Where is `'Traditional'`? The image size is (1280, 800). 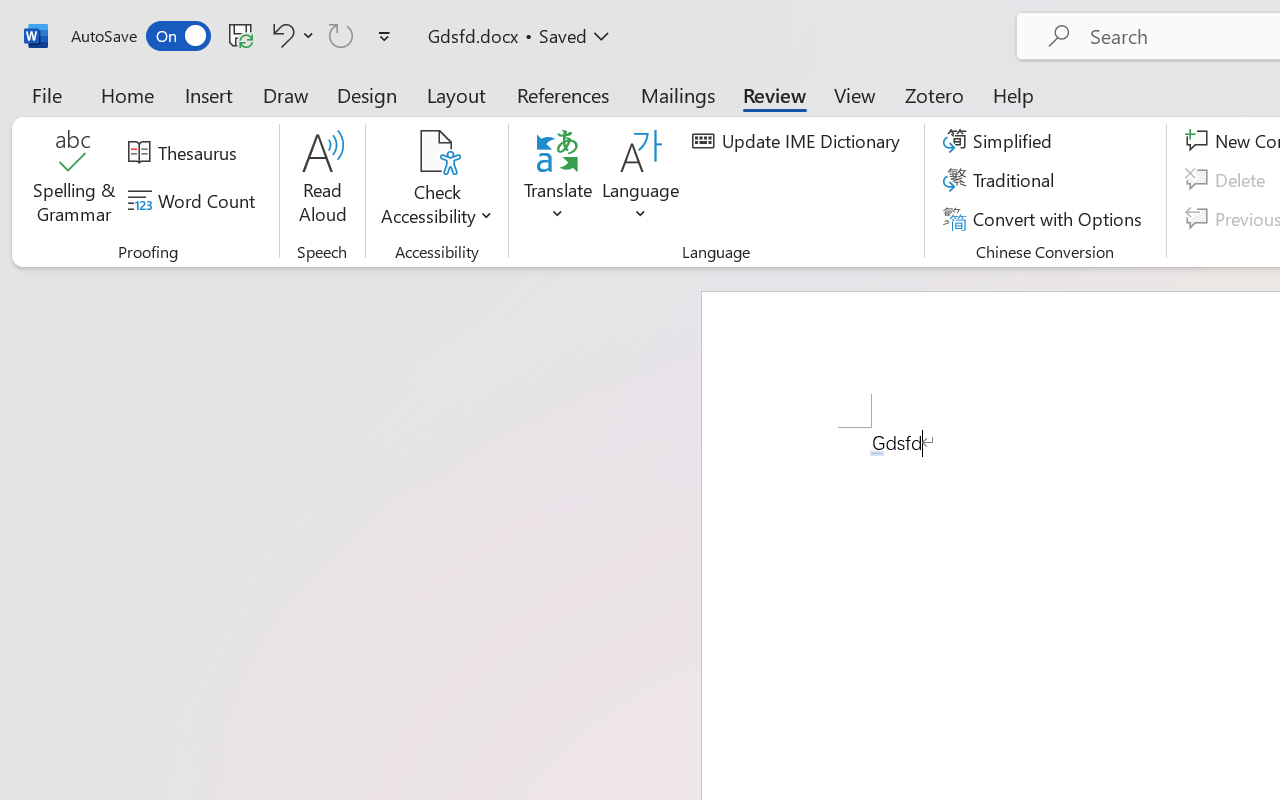
'Traditional' is located at coordinates (1002, 179).